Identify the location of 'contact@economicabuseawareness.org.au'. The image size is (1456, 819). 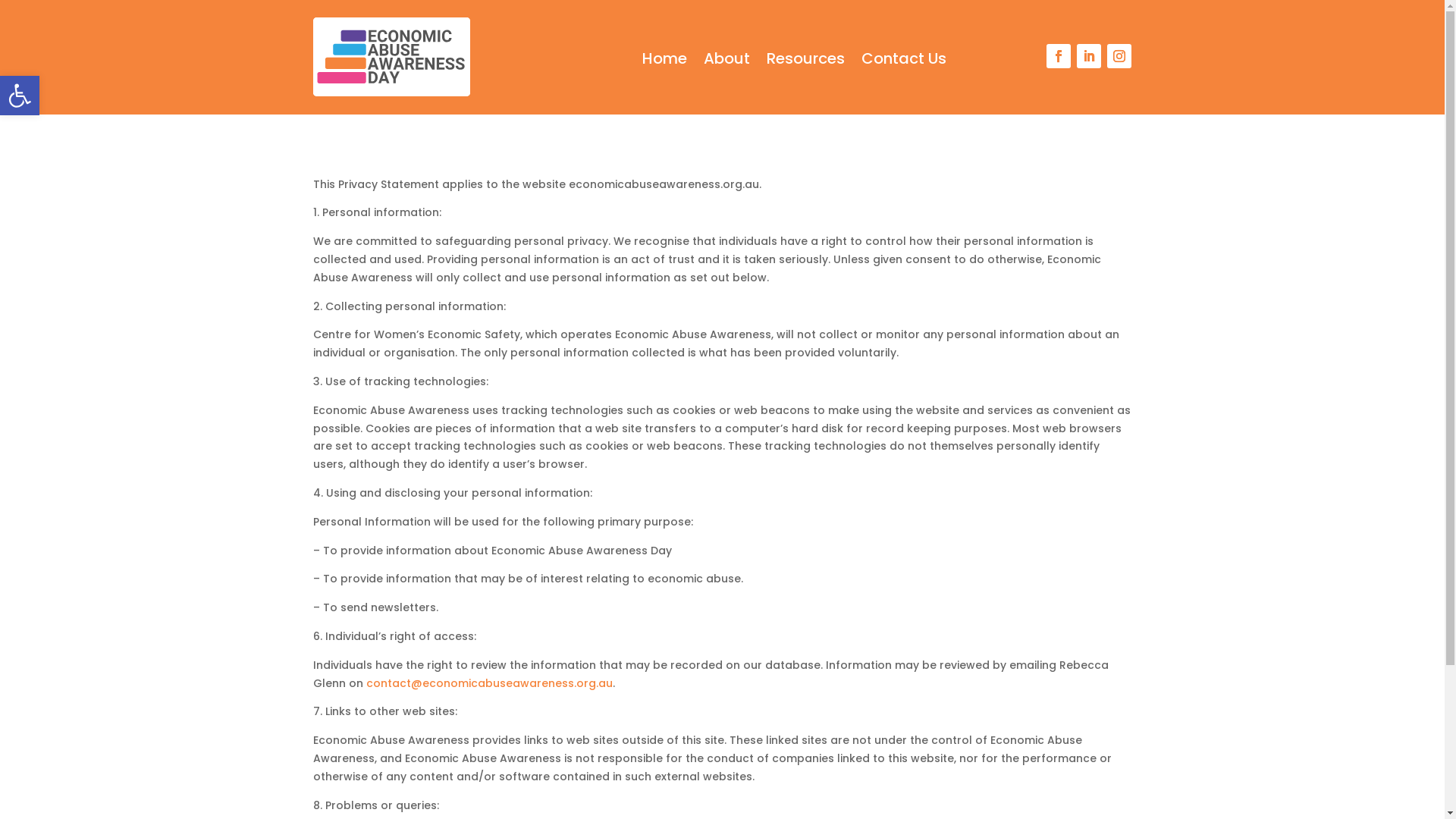
(488, 683).